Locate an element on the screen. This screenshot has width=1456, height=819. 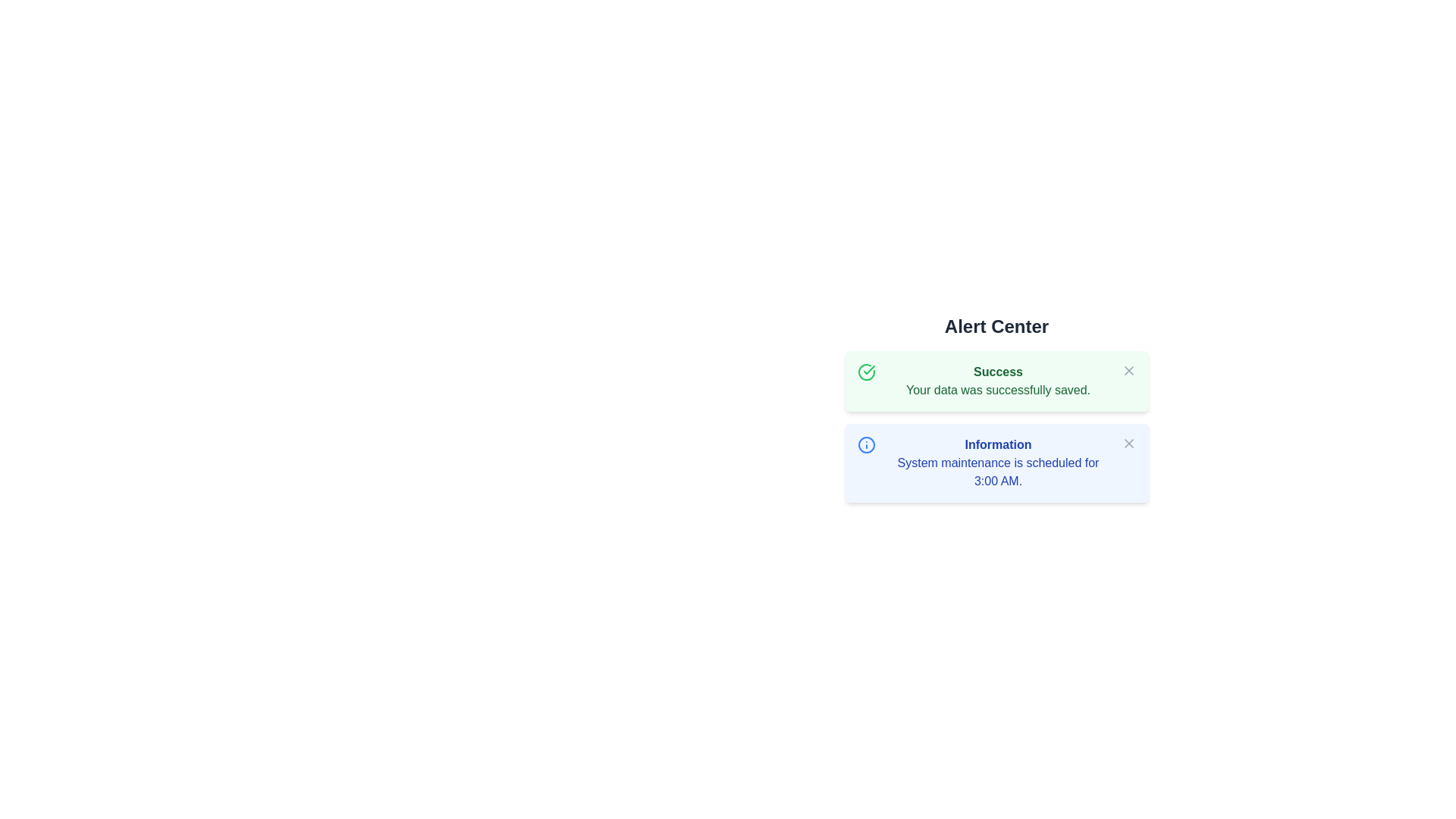
the success icon located in the upper-left part of the green notification box that indicates successful completion of data saving is located at coordinates (866, 372).